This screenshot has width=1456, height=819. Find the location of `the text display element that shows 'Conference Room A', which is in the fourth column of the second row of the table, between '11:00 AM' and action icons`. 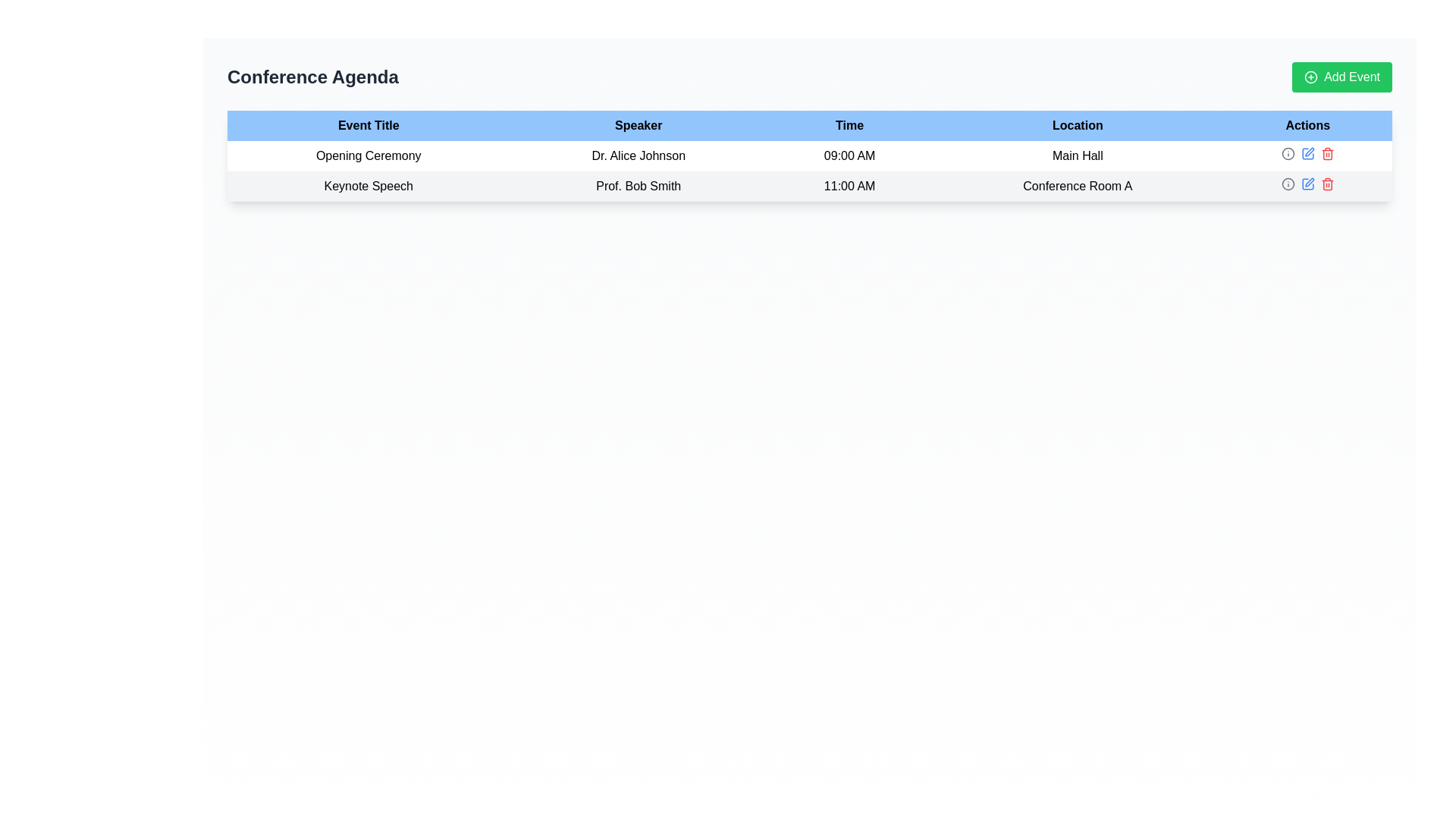

the text display element that shows 'Conference Room A', which is in the fourth column of the second row of the table, between '11:00 AM' and action icons is located at coordinates (1077, 186).